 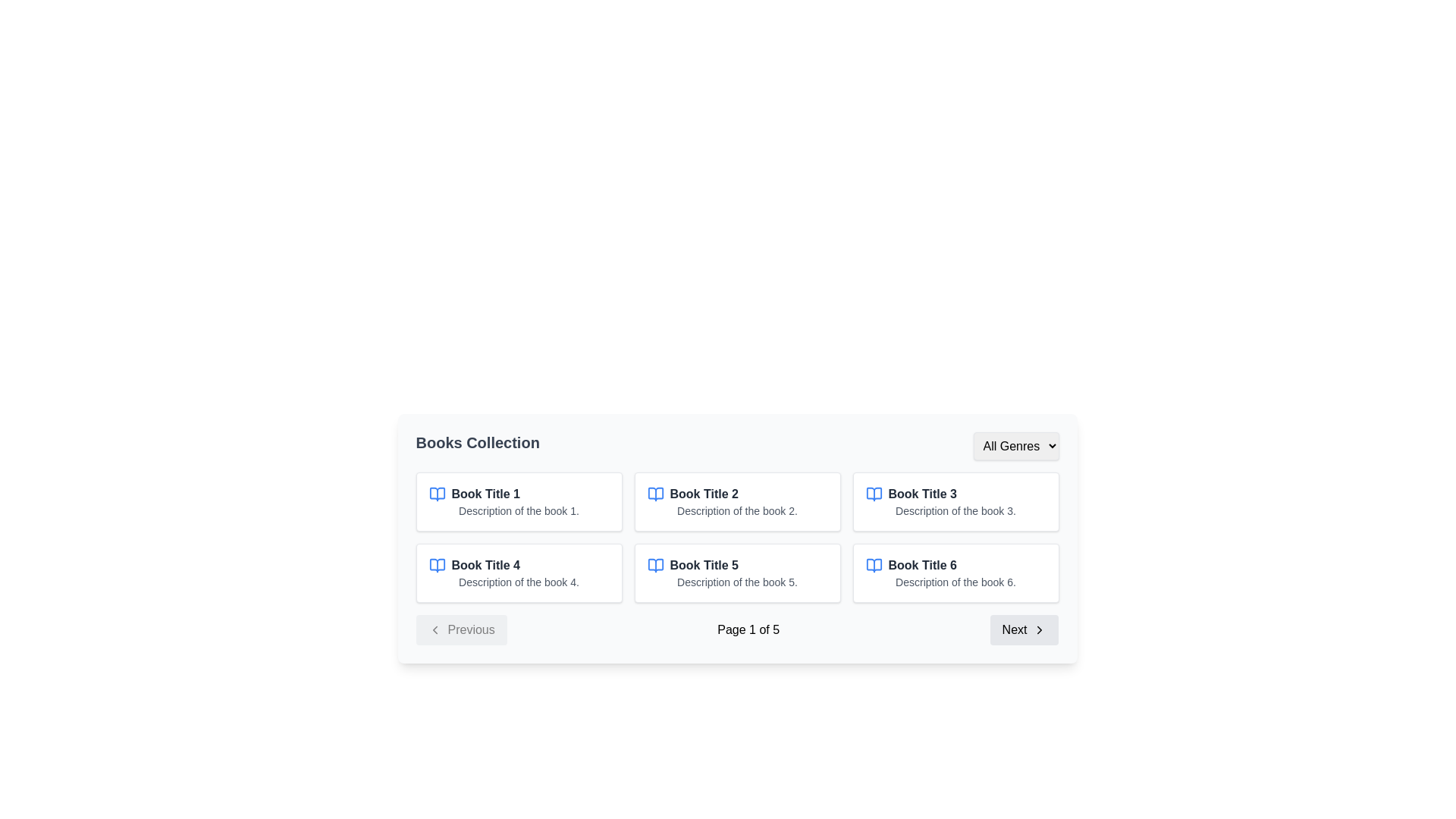 I want to click on the book icon representing 'Book Title 3', so click(x=874, y=494).